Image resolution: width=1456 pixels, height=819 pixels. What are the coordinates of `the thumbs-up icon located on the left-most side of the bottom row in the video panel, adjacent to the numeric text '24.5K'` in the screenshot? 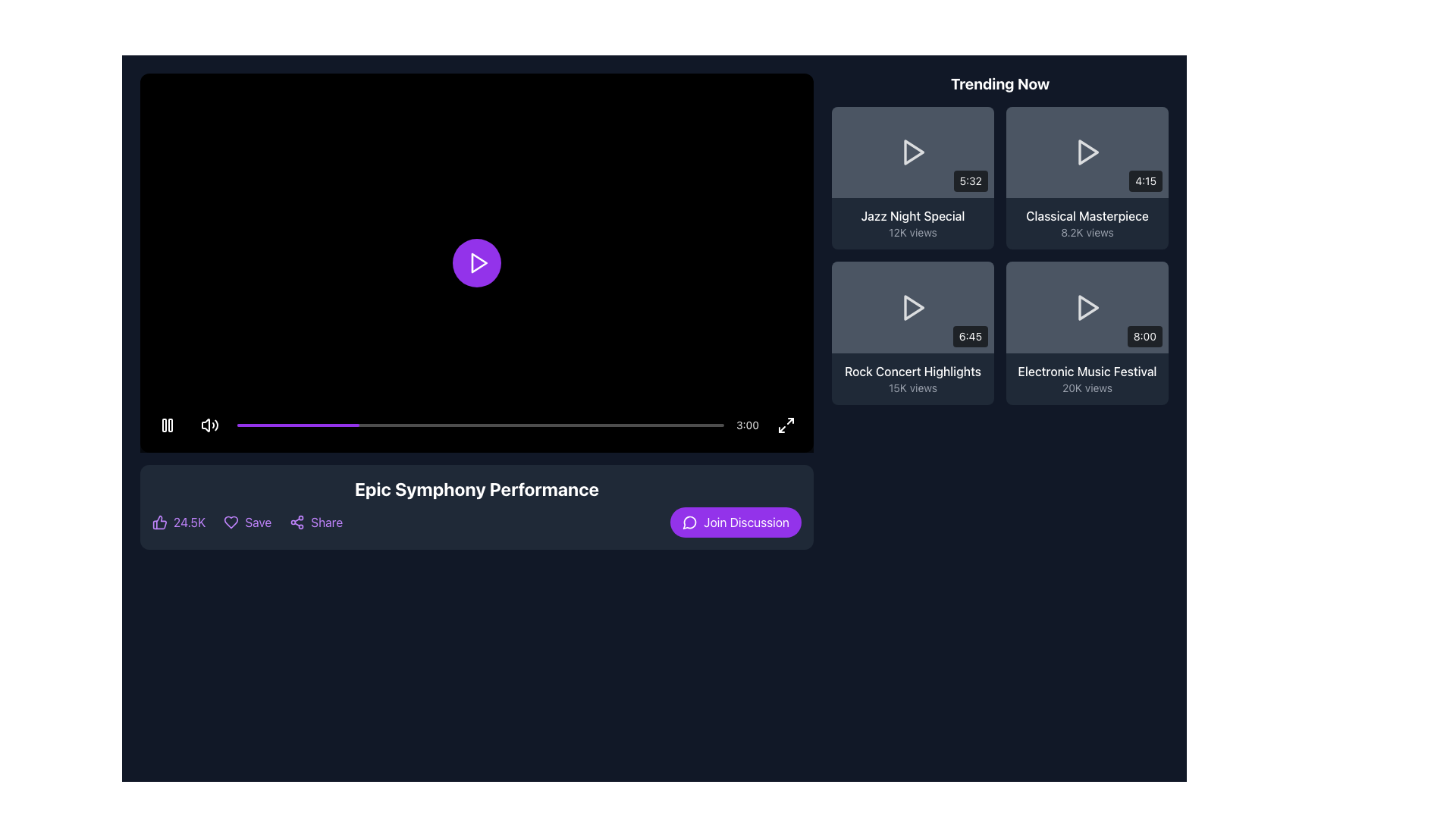 It's located at (160, 521).